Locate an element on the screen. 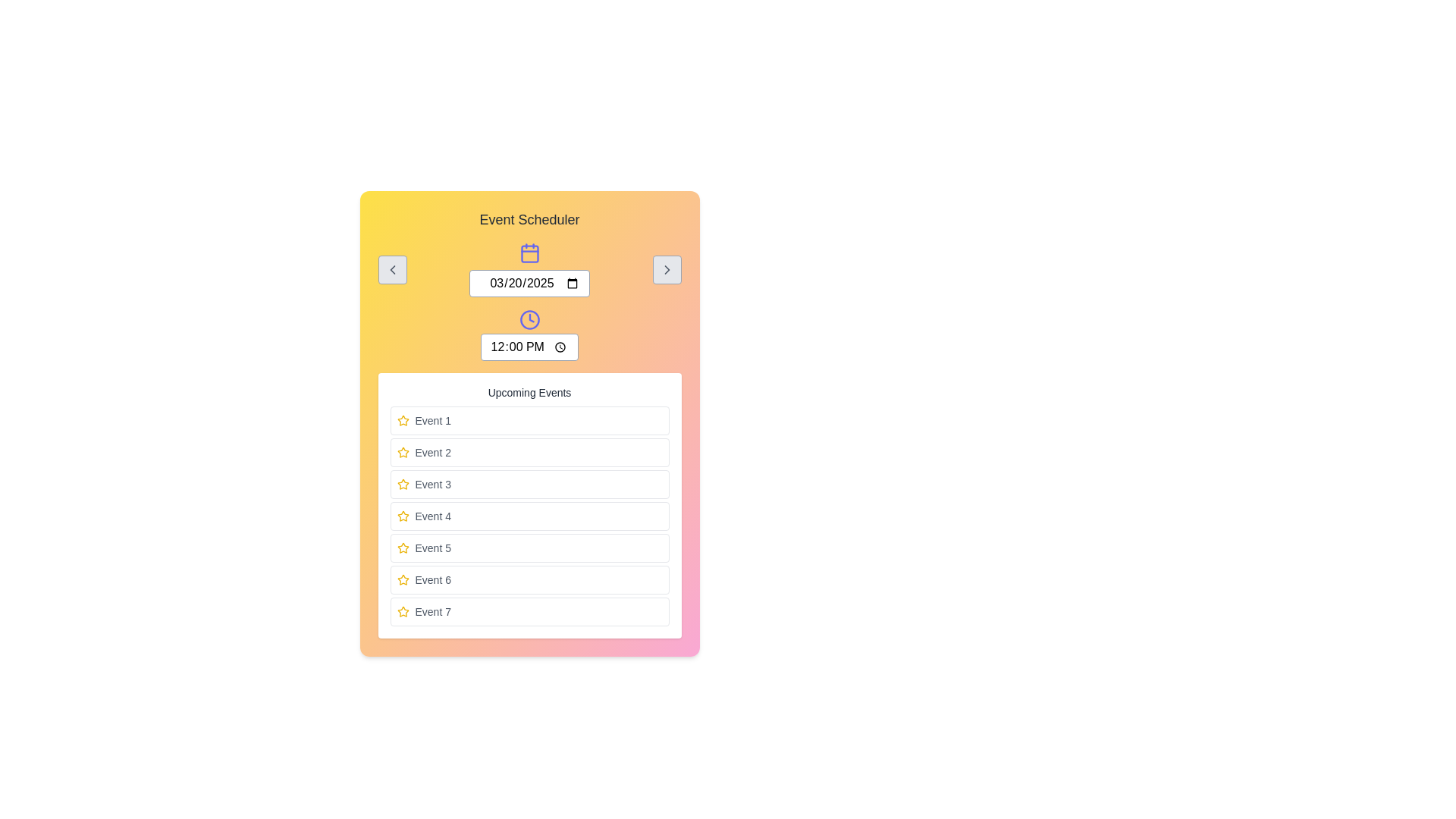 The image size is (1456, 819). the second star-shaped icon, which is yellow and located next to the text 'Event 2' in the Upcoming Events list is located at coordinates (403, 451).